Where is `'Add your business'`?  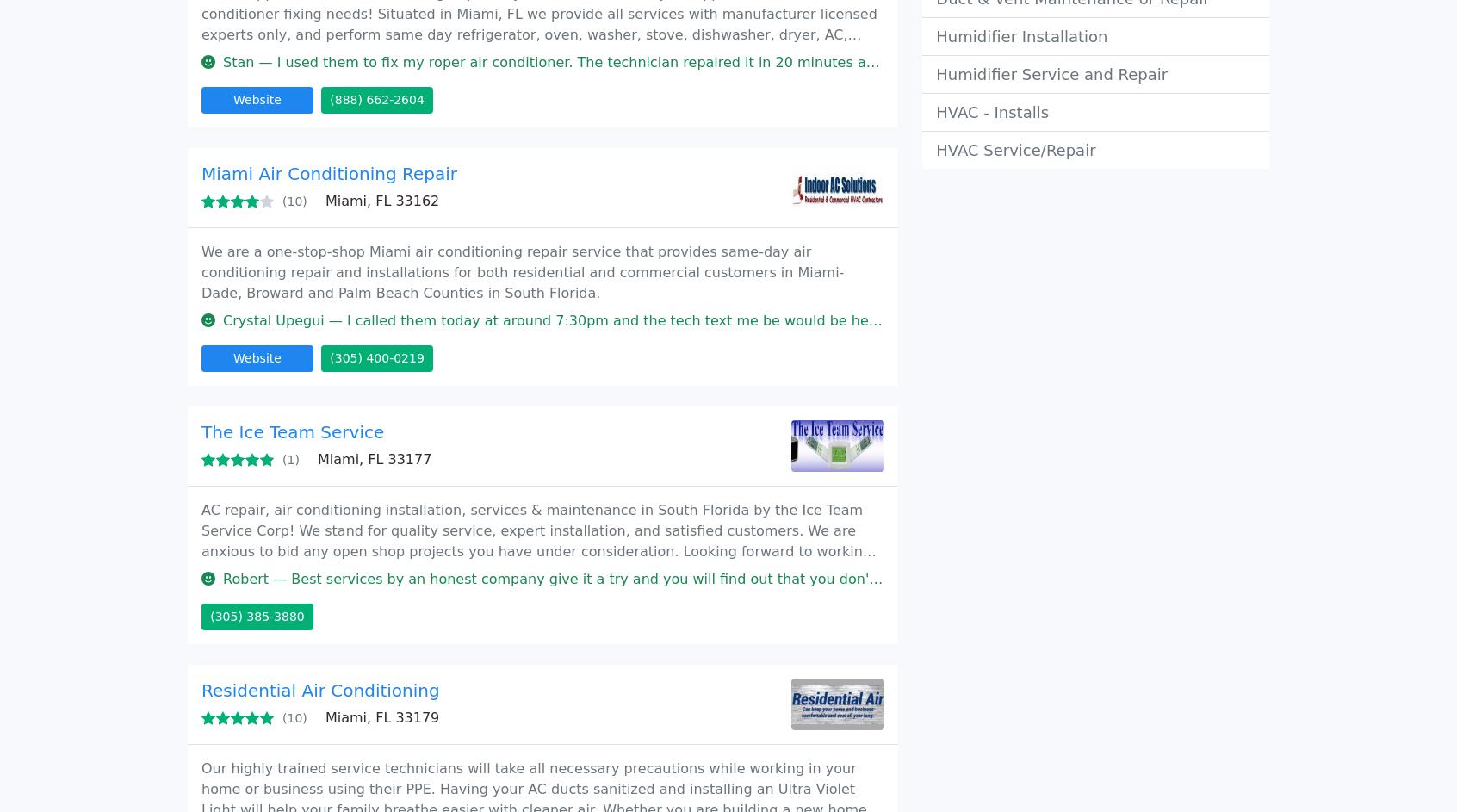 'Add your business' is located at coordinates (992, 123).